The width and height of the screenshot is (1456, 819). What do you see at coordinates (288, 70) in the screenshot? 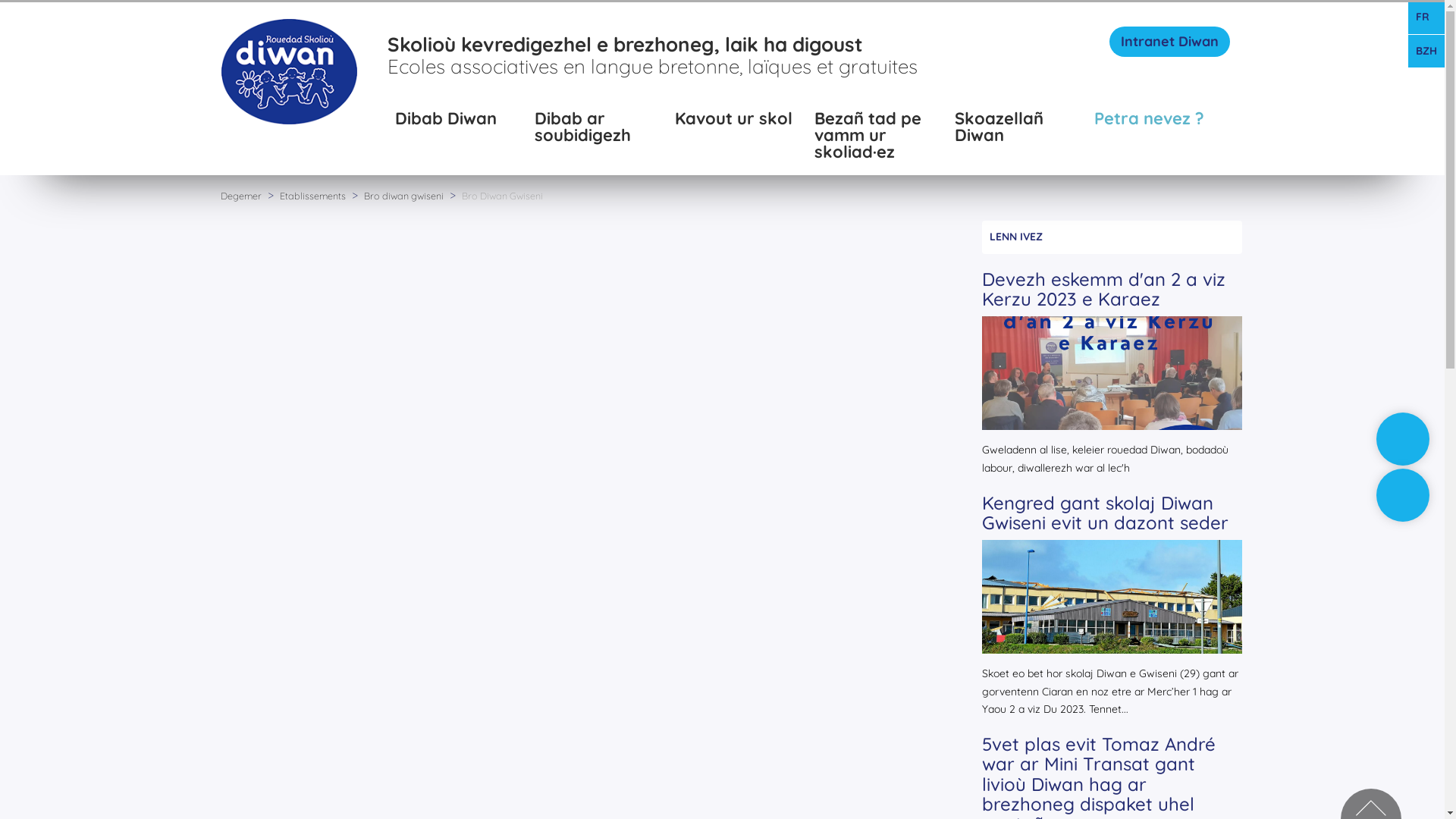
I see `'Retour page d'accueil'` at bounding box center [288, 70].